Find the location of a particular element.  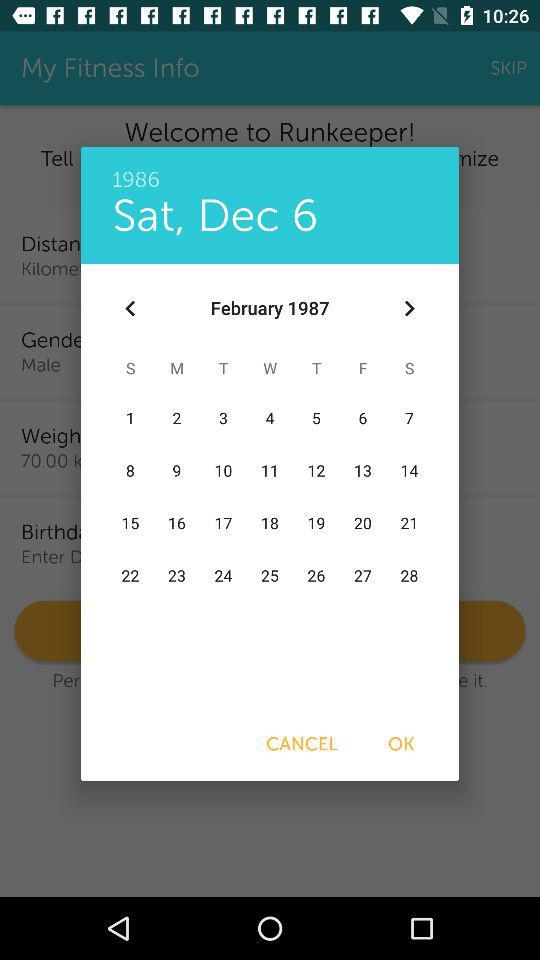

icon next to the ok icon is located at coordinates (301, 743).